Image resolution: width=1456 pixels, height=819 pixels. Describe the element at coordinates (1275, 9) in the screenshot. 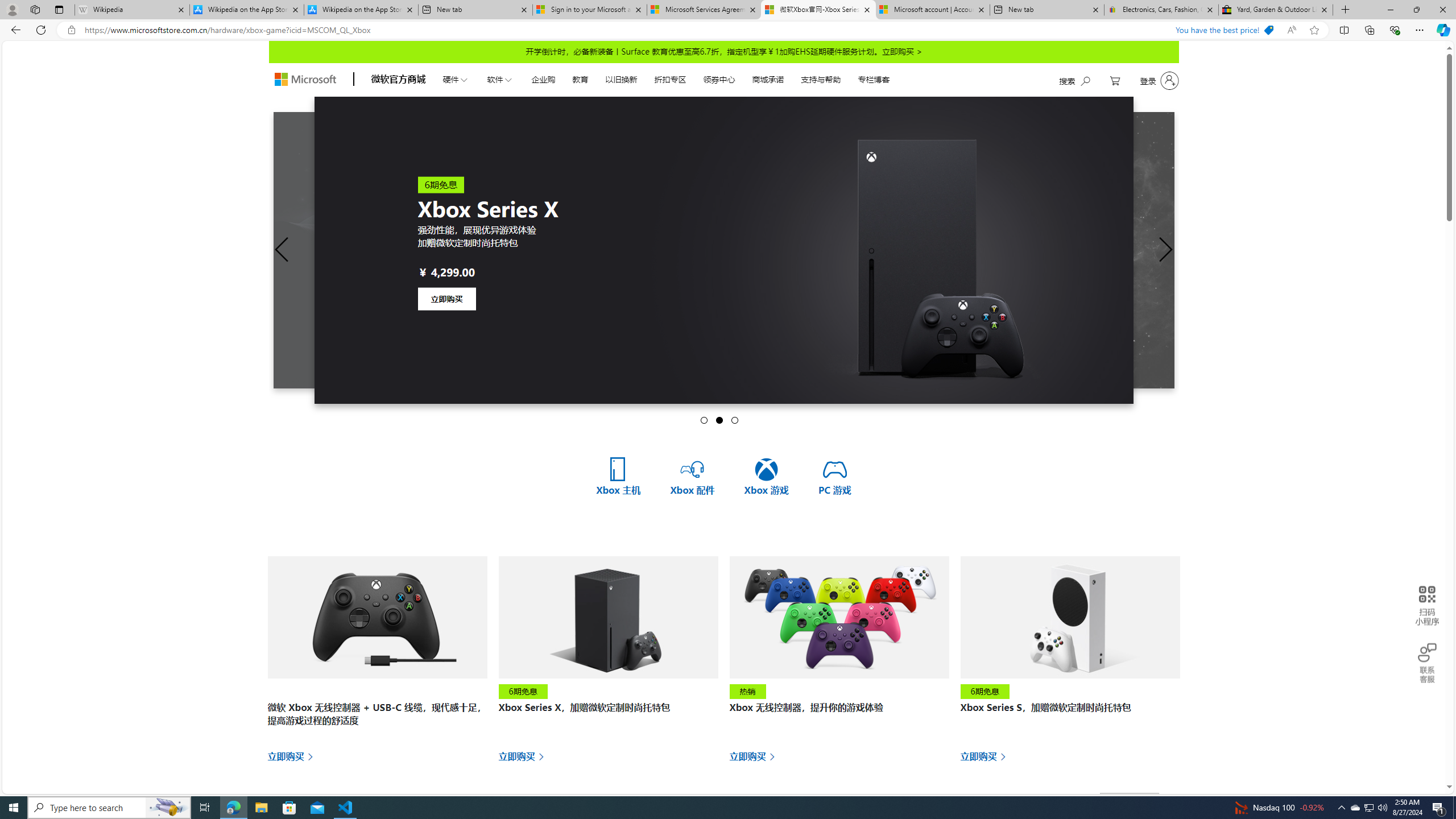

I see `'Yard, Garden & Outdoor Living'` at that location.